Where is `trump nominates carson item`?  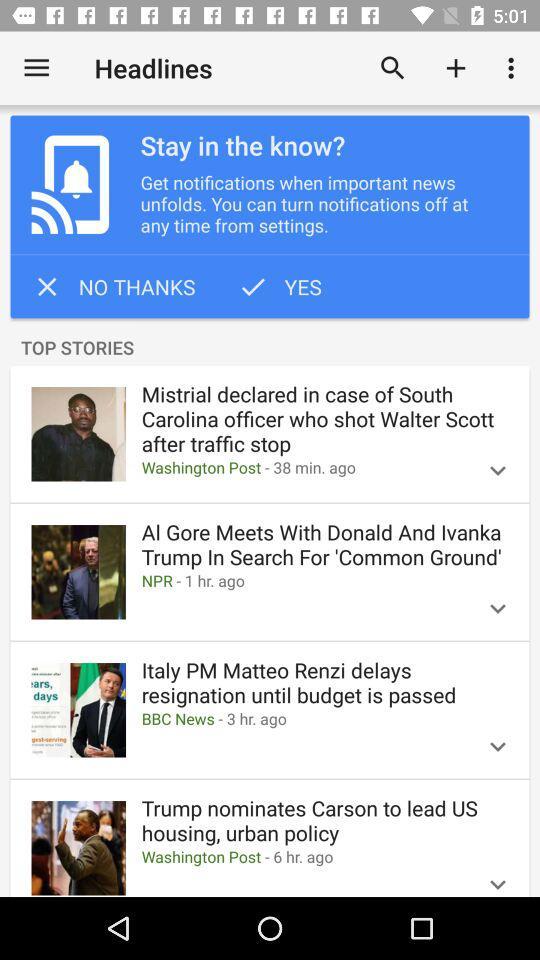 trump nominates carson item is located at coordinates (325, 821).